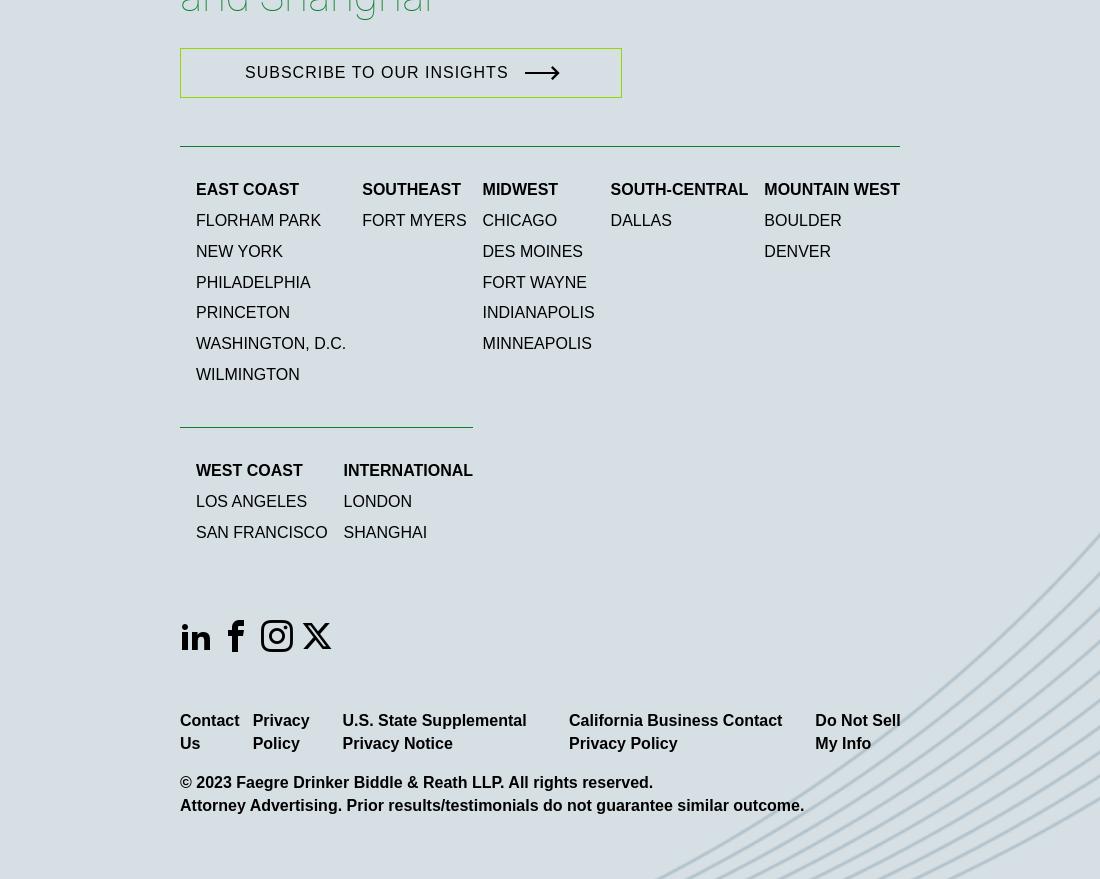 This screenshot has height=879, width=1100. I want to click on 'East Coast', so click(247, 188).